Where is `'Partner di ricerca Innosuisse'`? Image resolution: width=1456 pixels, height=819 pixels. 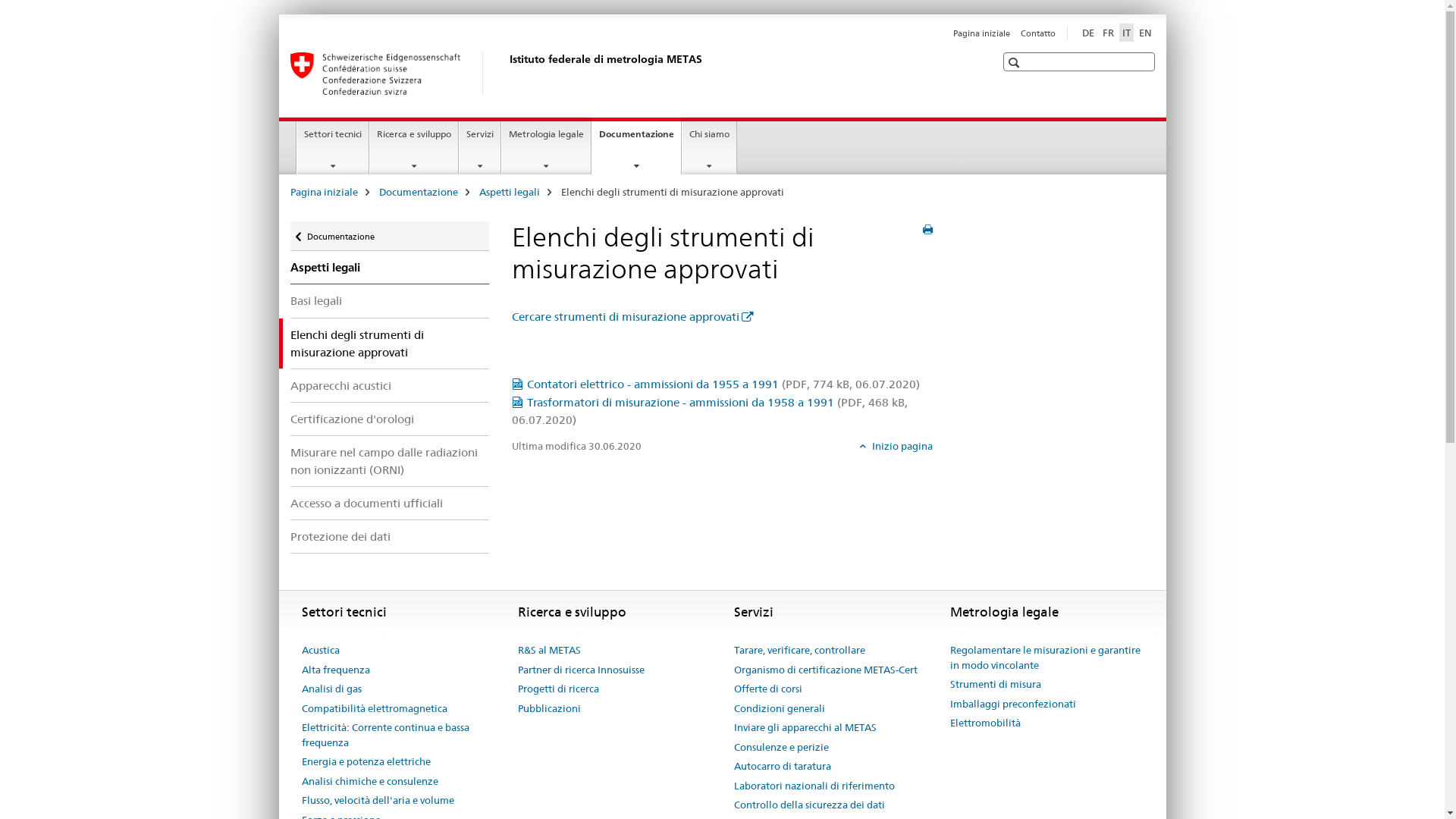 'Partner di ricerca Innosuisse' is located at coordinates (579, 669).